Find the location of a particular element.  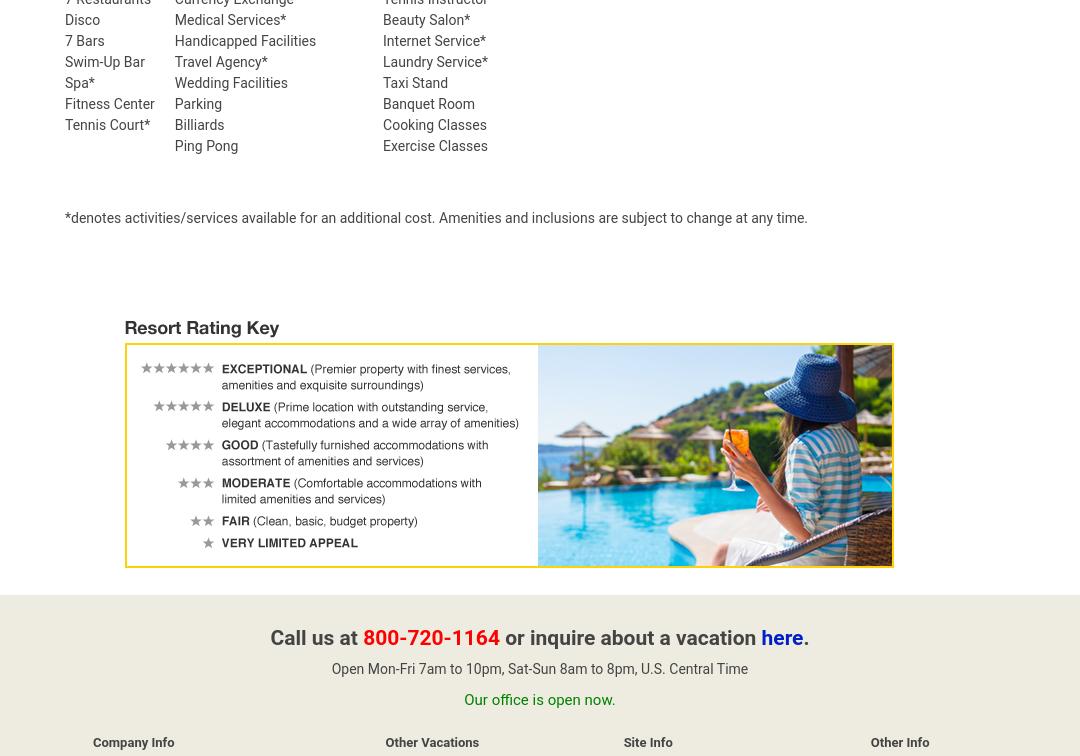

'Open Mon-Fri 7am to 10pm, Sat-Sun 8am to 8pm, U.S. Central Time' is located at coordinates (538, 668).